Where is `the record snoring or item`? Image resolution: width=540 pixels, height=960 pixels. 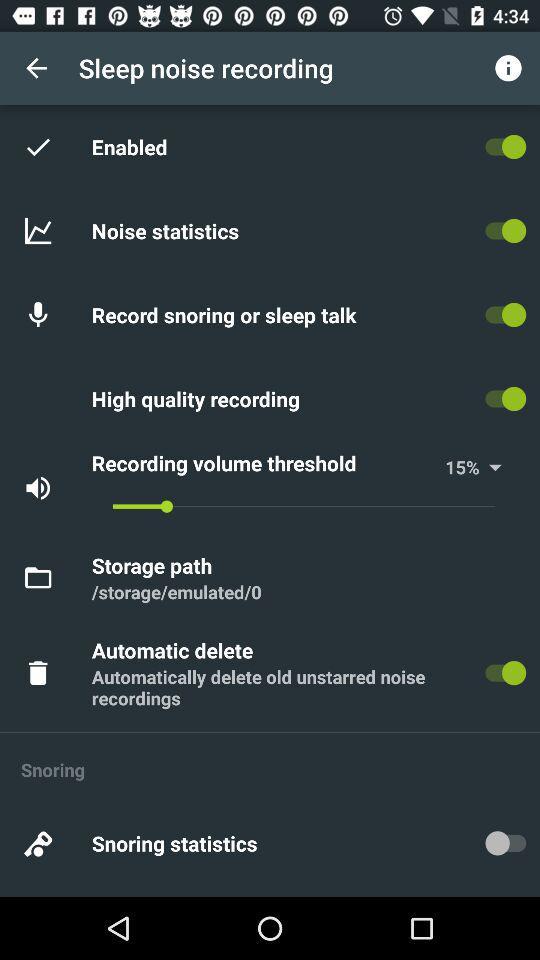
the record snoring or item is located at coordinates (226, 314).